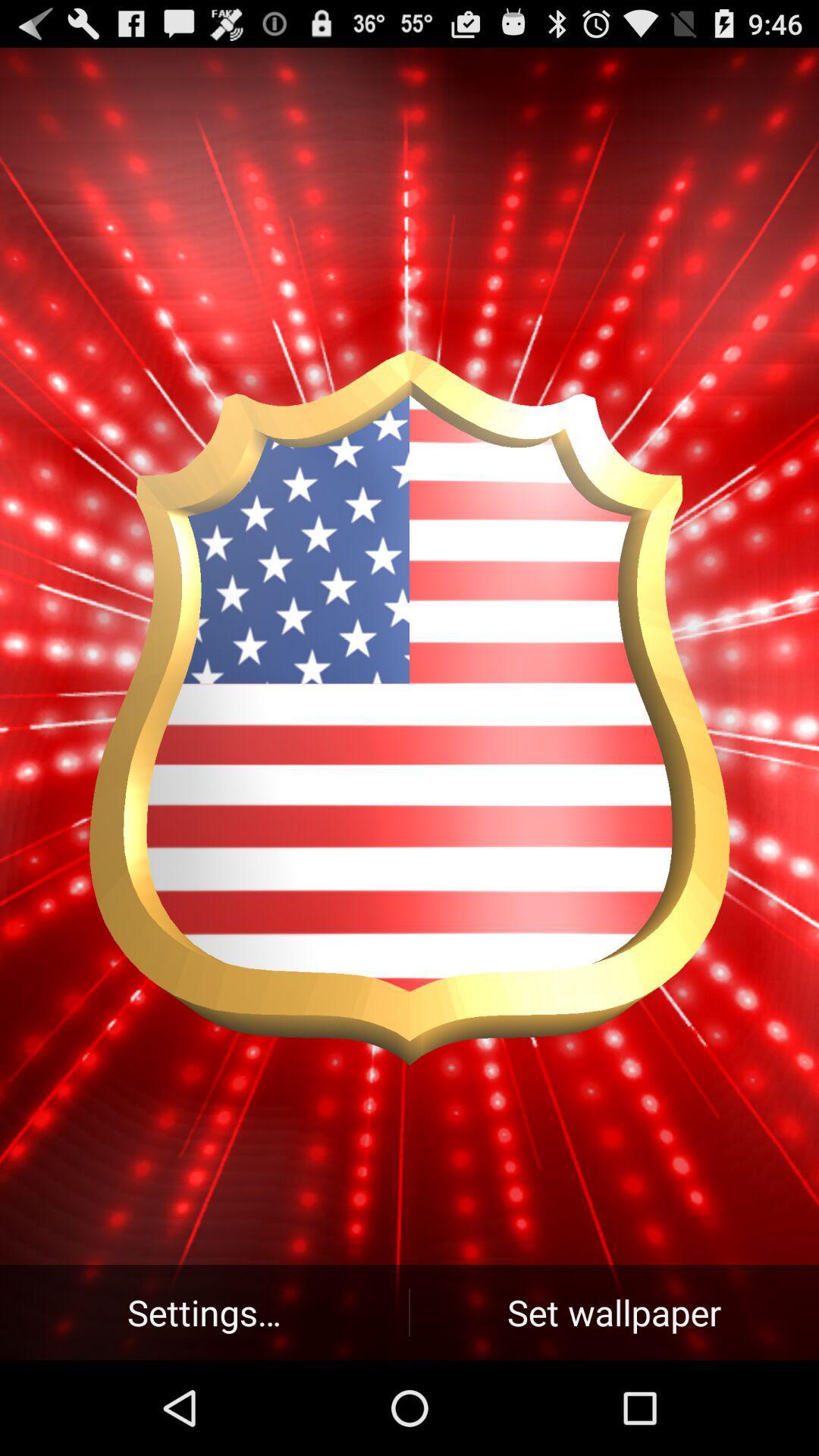 The image size is (819, 1456). Describe the element at coordinates (203, 1312) in the screenshot. I see `the icon next to set wallpaper button` at that location.